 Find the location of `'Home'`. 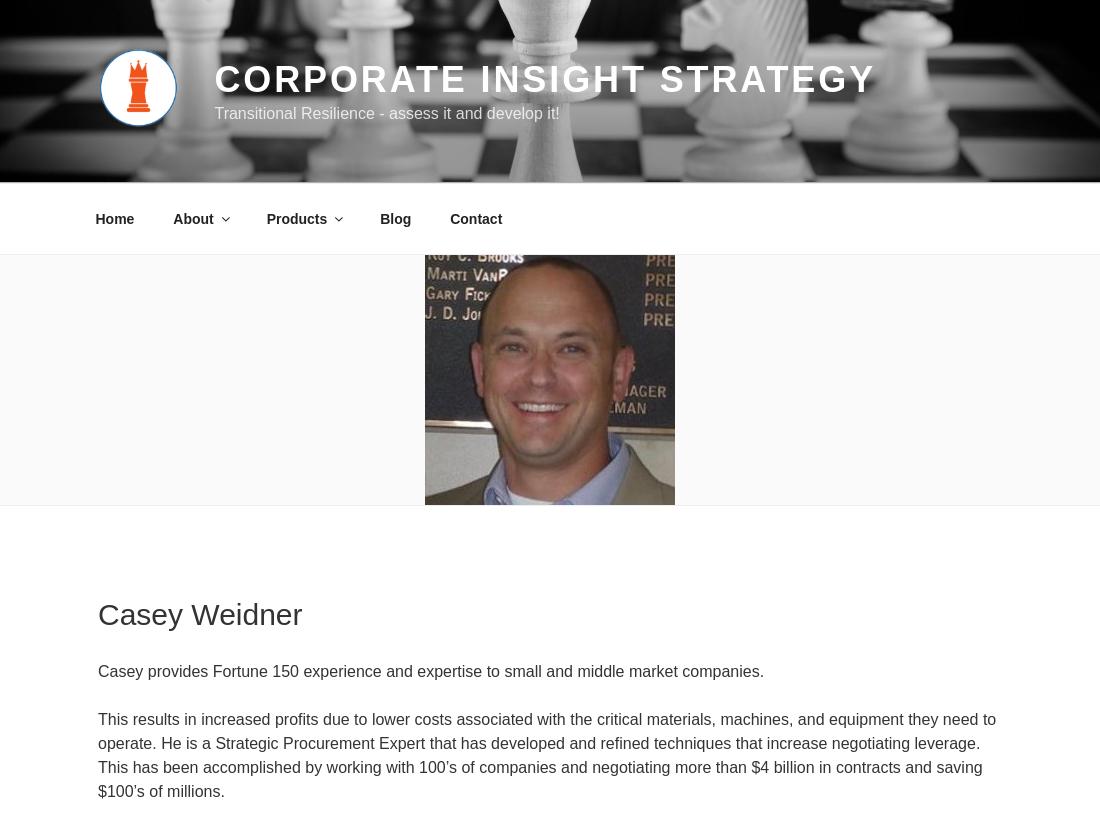

'Home' is located at coordinates (114, 217).